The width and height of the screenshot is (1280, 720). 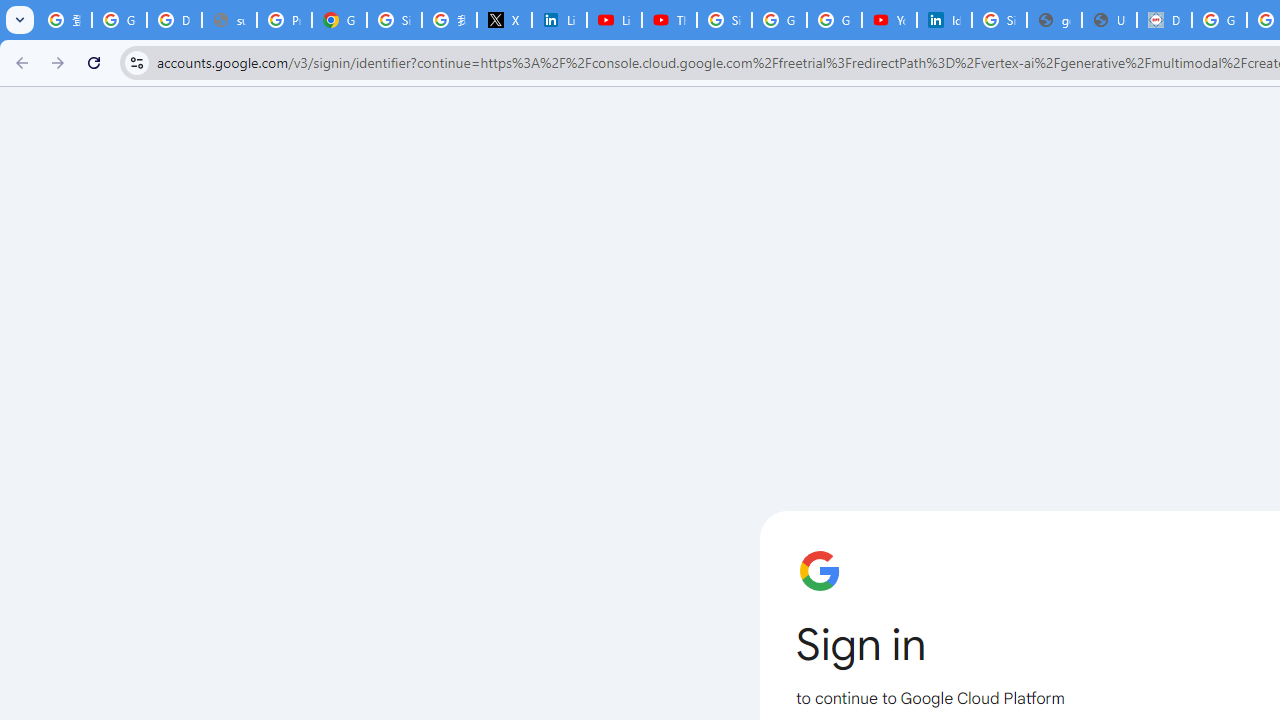 What do you see at coordinates (560, 20) in the screenshot?
I see `'LinkedIn Privacy Policy'` at bounding box center [560, 20].